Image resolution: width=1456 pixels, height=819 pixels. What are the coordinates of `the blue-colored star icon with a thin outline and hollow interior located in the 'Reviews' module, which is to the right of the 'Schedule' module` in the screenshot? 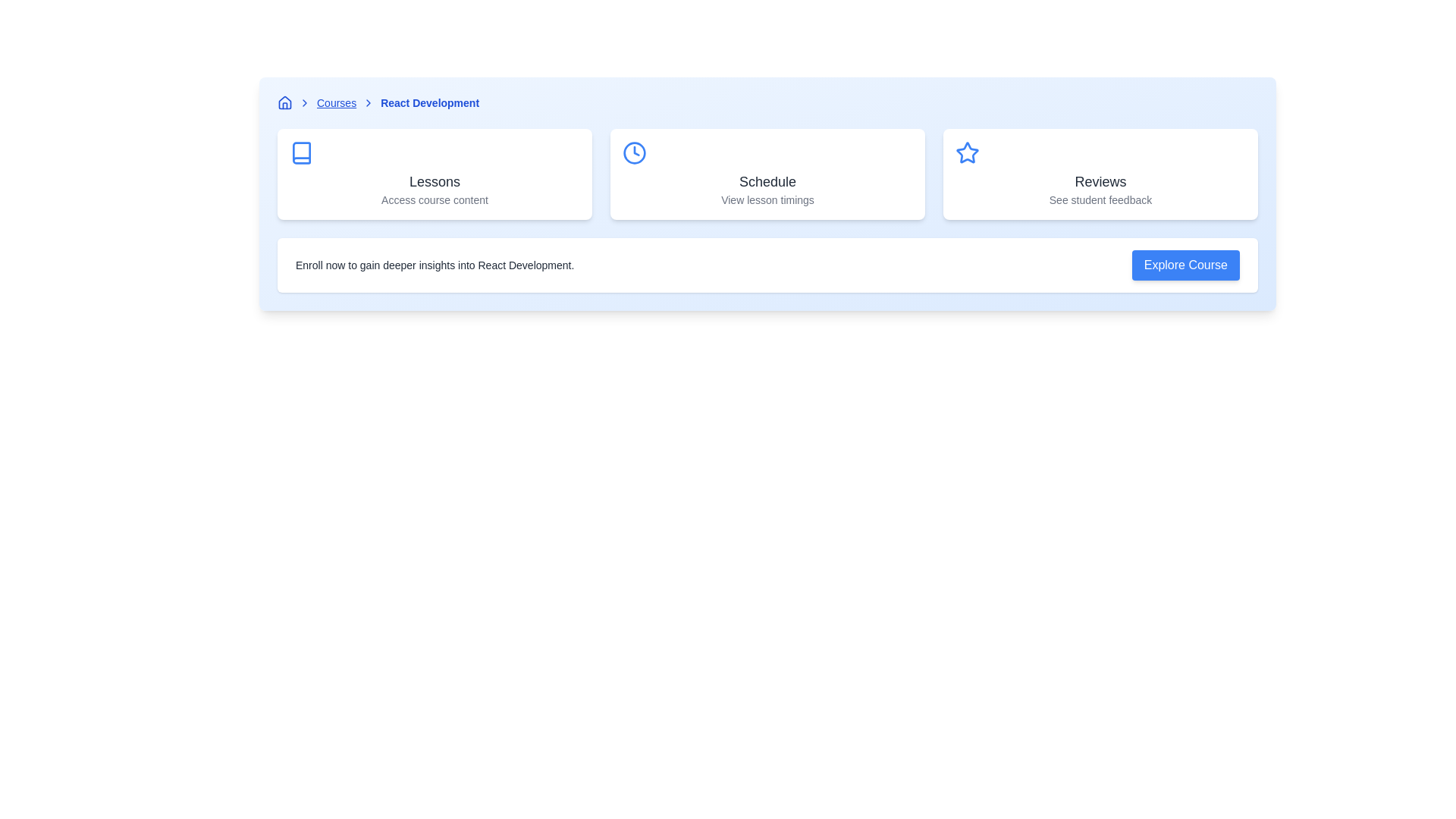 It's located at (967, 152).